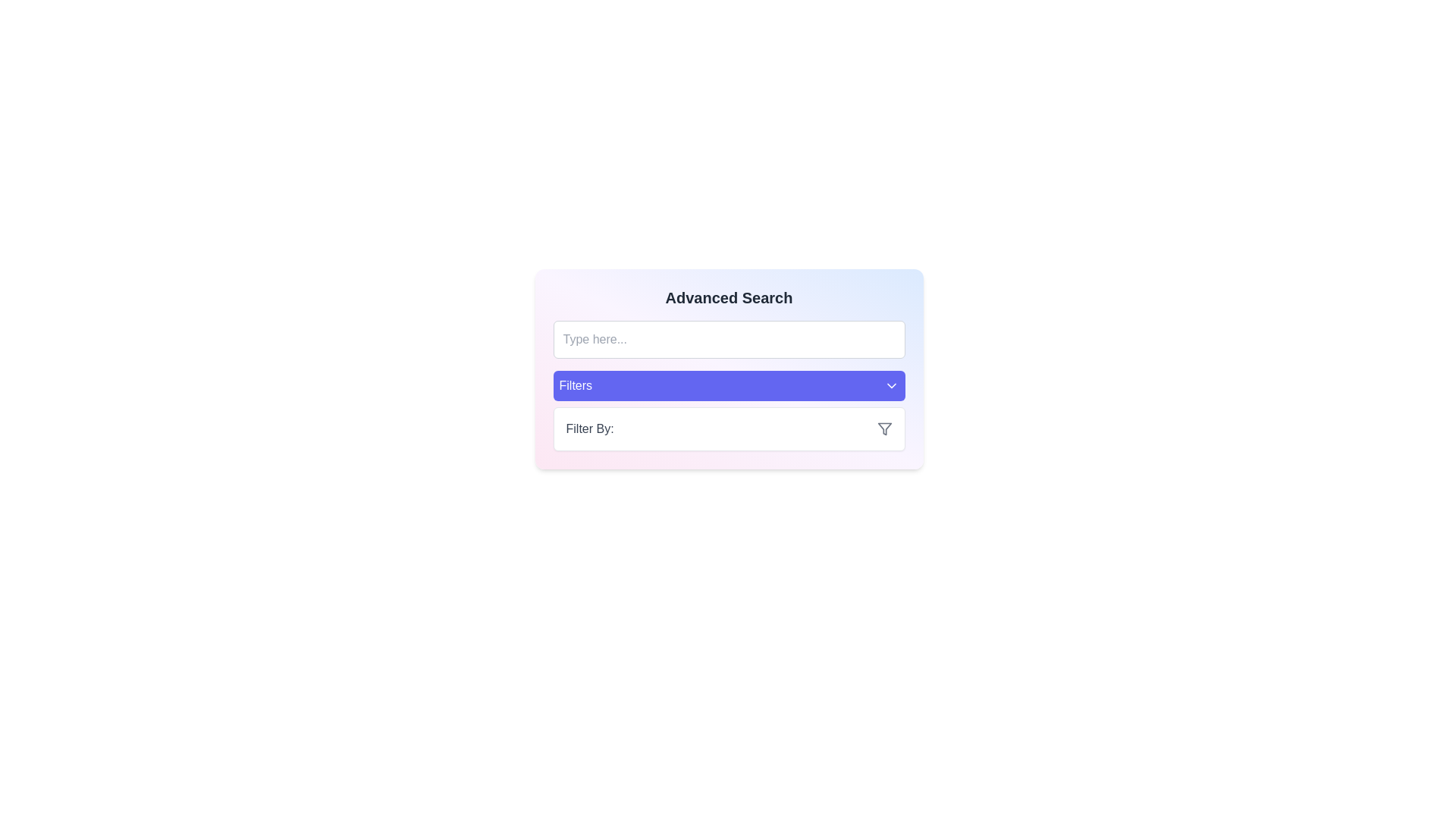 The width and height of the screenshot is (1456, 819). I want to click on the filter option icon located to the far right of the 'Filter By:' text, so click(884, 429).